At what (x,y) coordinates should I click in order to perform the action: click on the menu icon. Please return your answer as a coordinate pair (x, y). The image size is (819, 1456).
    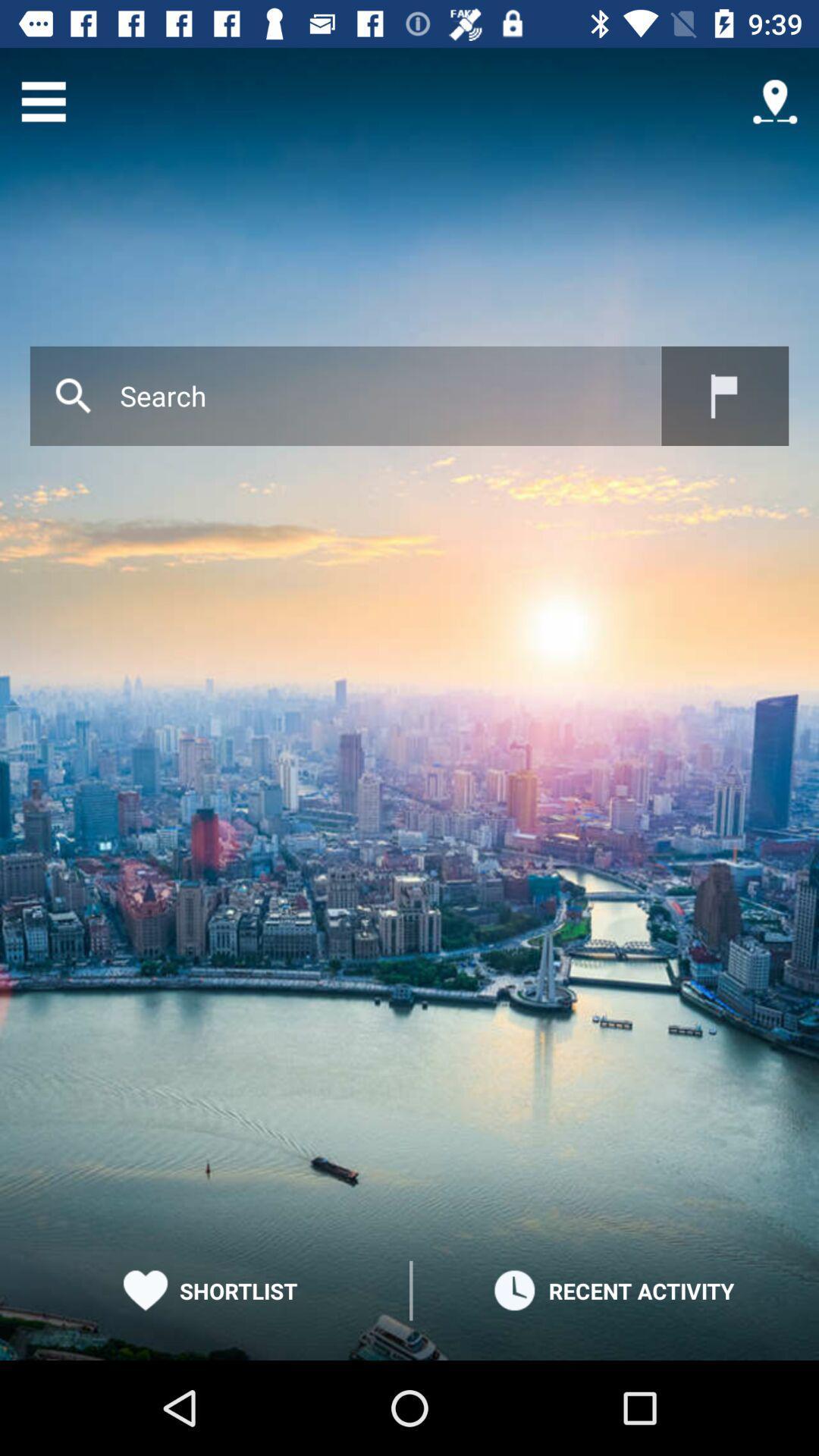
    Looking at the image, I should click on (42, 101).